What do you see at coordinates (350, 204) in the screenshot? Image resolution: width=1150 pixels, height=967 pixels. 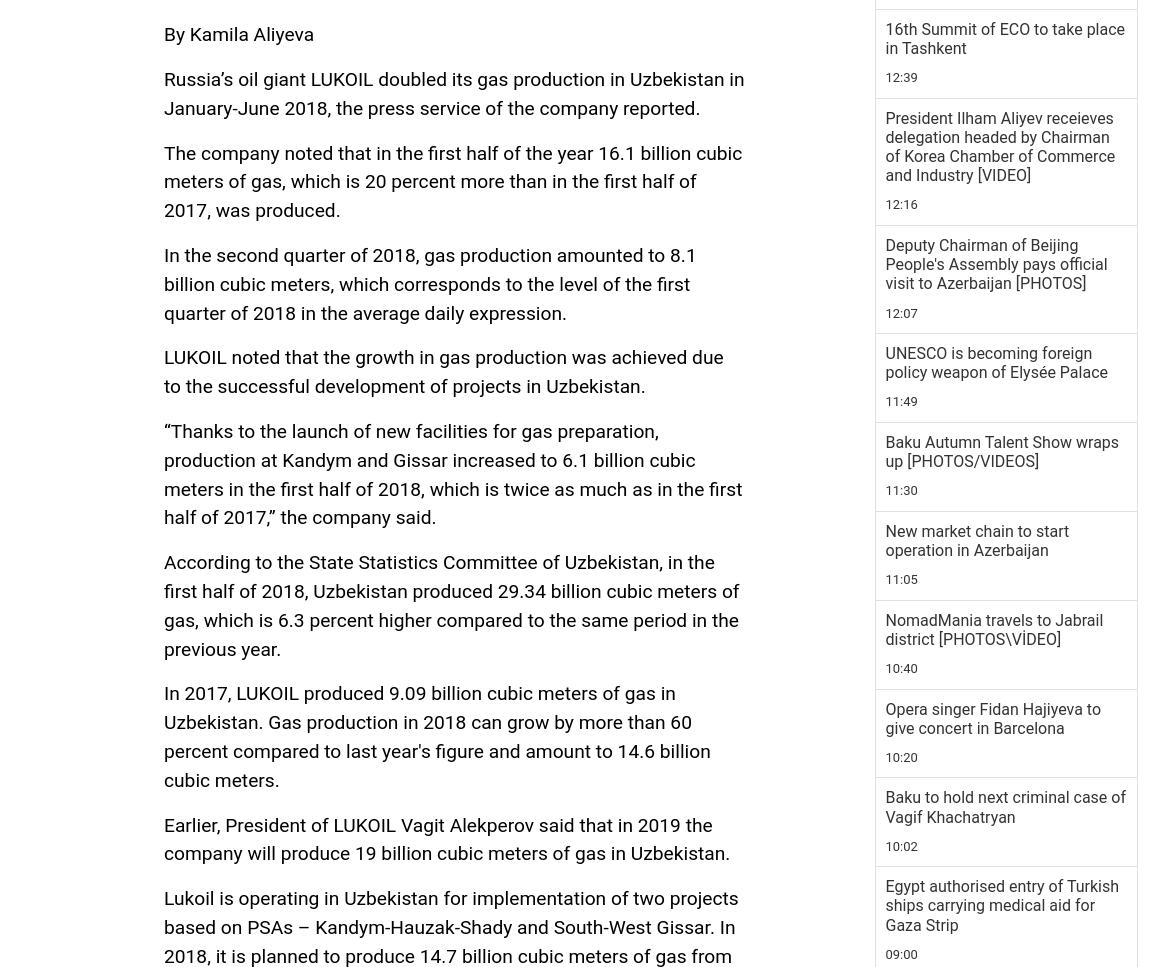 I see `'Azernews'` at bounding box center [350, 204].